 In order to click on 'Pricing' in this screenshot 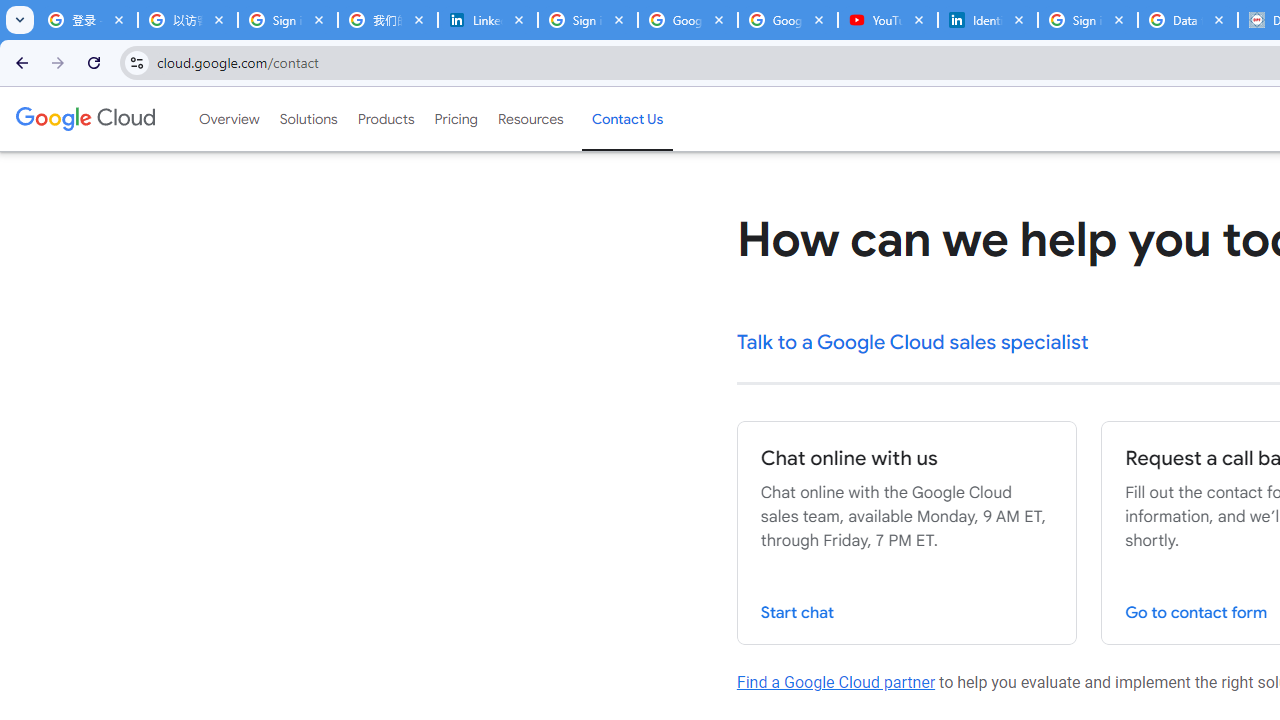, I will do `click(454, 119)`.